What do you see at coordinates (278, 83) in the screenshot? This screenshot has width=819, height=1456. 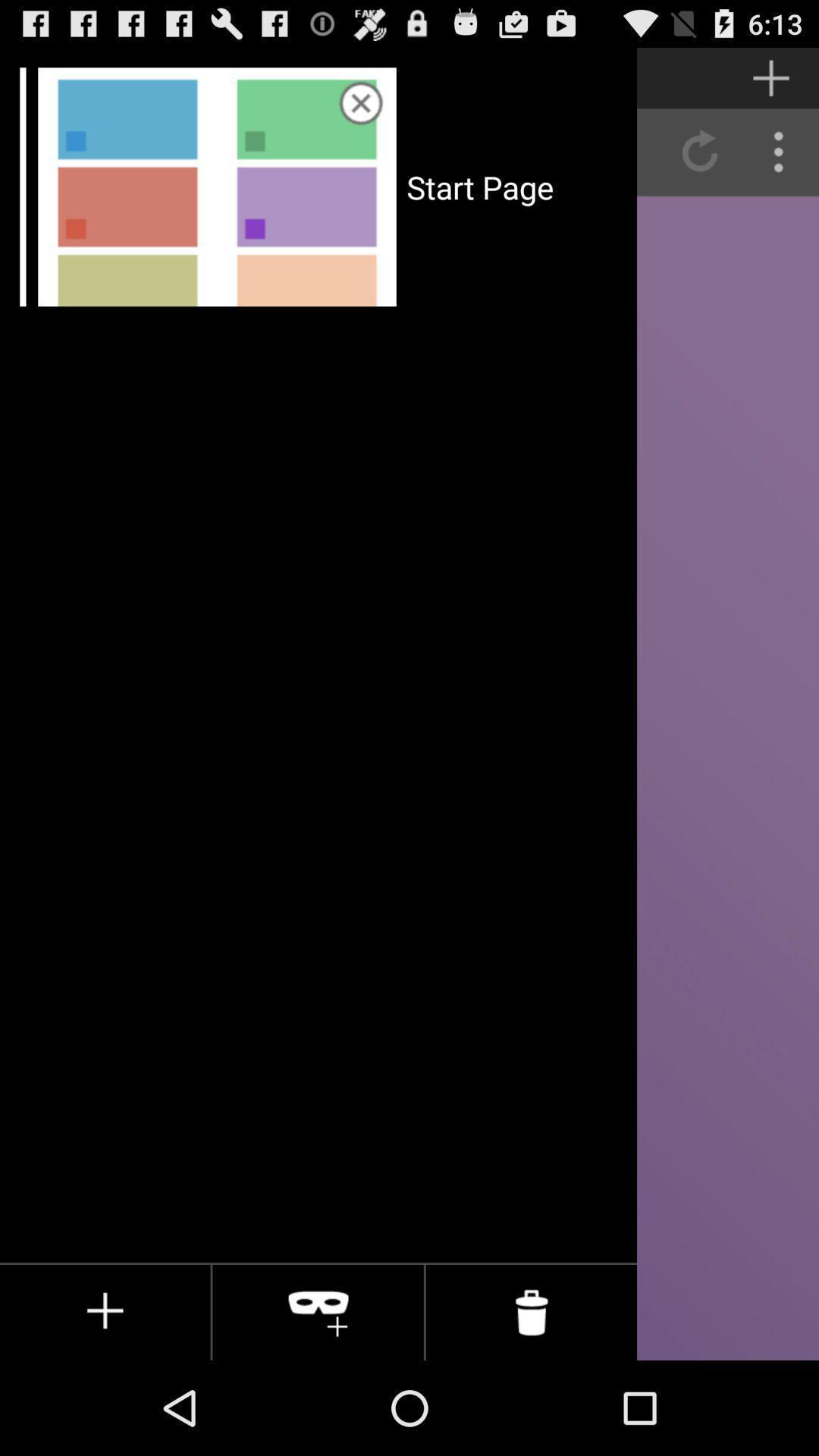 I see `the national_flag icon` at bounding box center [278, 83].